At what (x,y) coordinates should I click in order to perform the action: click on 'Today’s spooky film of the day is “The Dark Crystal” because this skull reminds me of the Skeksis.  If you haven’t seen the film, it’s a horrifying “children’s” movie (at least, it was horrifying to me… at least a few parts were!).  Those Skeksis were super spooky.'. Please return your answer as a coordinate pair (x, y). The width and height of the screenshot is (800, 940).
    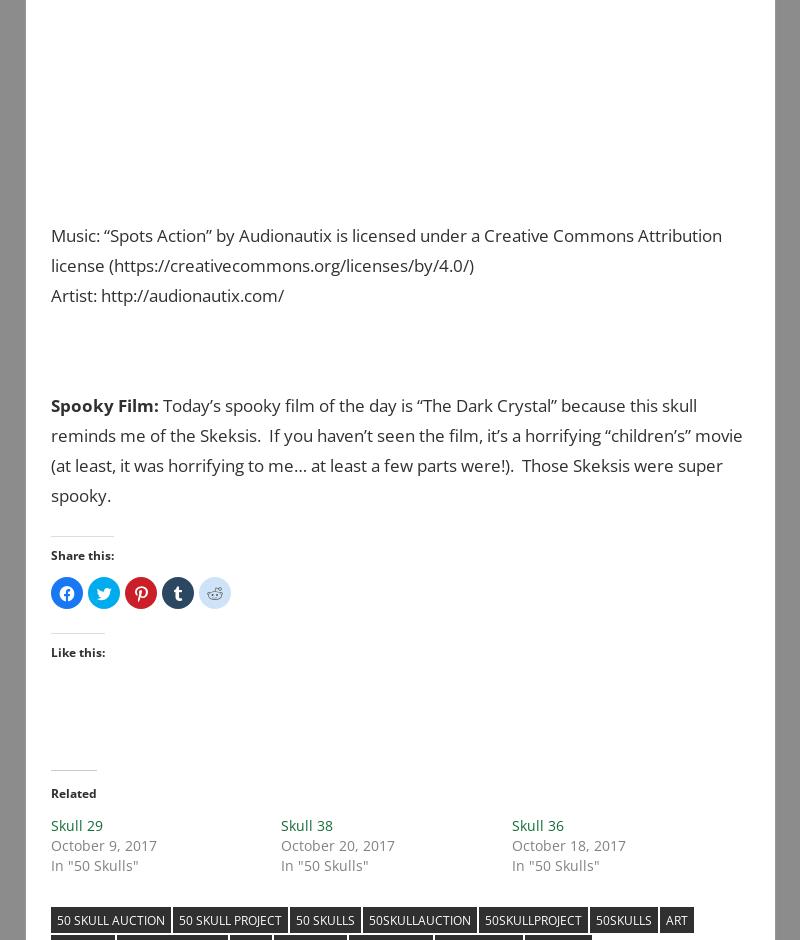
    Looking at the image, I should click on (395, 448).